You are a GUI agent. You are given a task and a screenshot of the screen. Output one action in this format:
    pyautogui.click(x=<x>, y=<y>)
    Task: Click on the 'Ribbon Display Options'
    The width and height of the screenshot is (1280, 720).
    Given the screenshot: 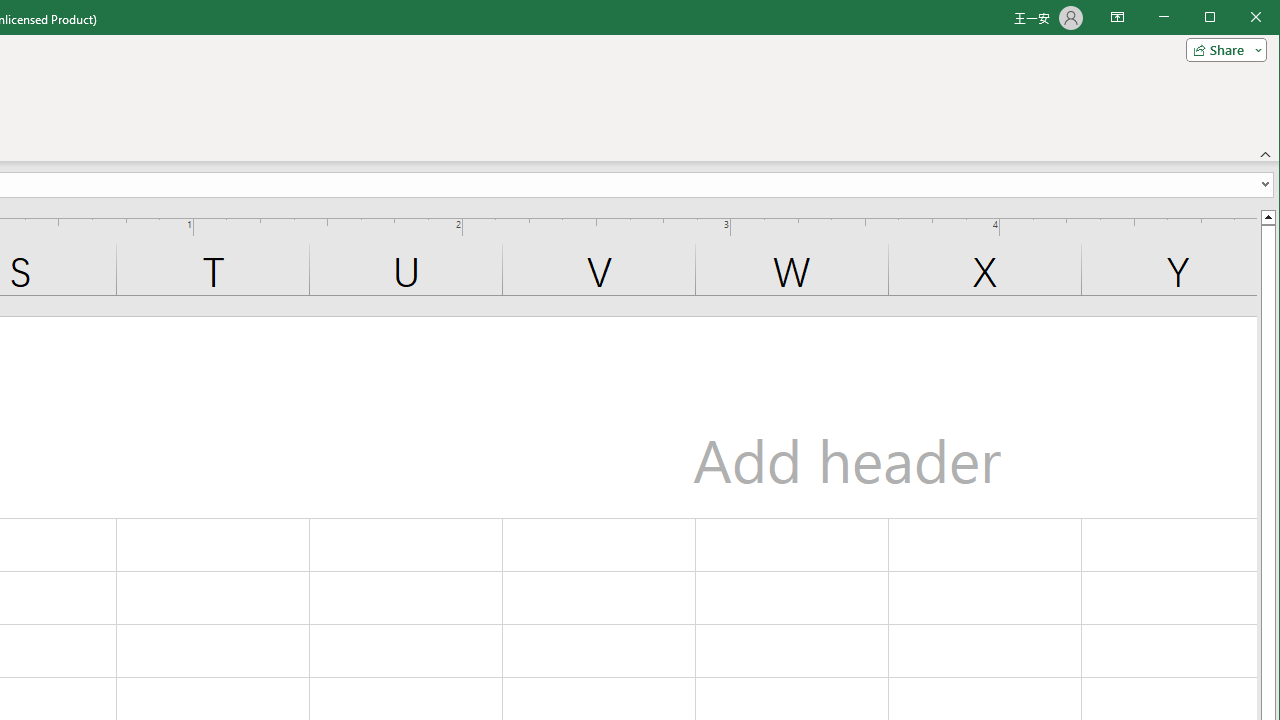 What is the action you would take?
    pyautogui.click(x=1116, y=18)
    